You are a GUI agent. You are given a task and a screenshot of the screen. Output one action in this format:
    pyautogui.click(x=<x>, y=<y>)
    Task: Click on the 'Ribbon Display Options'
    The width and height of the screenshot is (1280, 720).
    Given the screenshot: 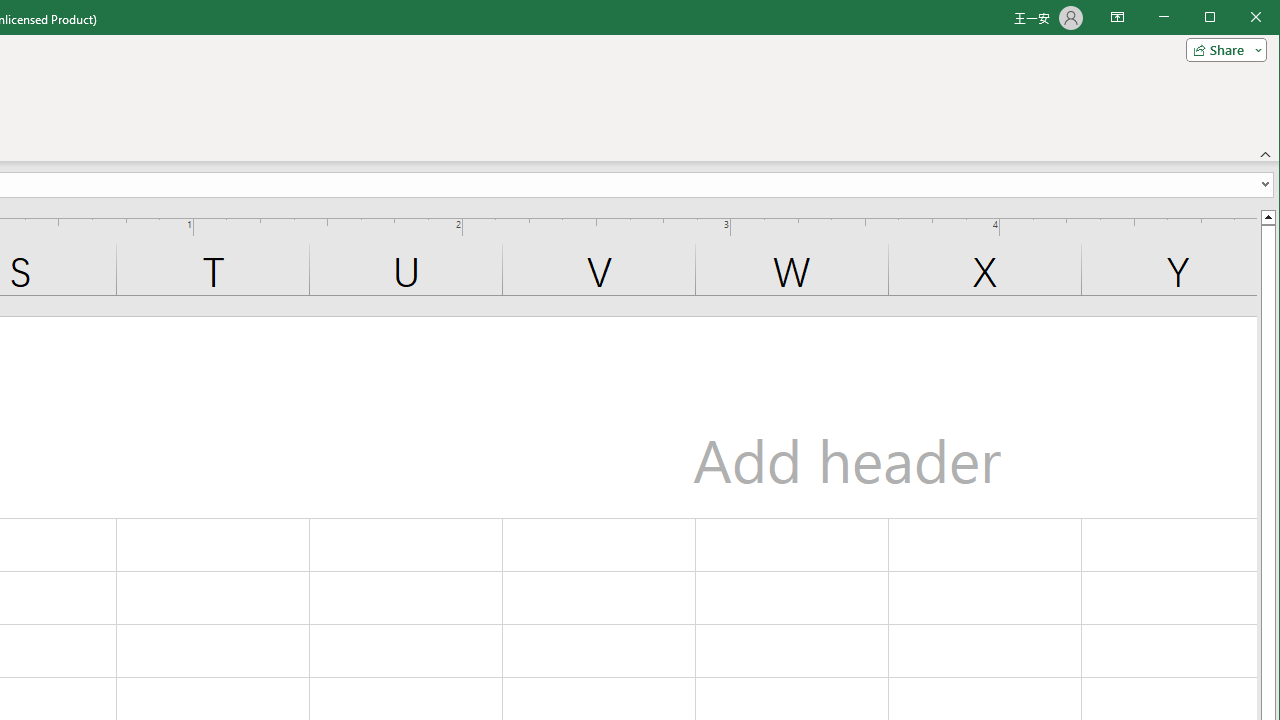 What is the action you would take?
    pyautogui.click(x=1116, y=18)
    